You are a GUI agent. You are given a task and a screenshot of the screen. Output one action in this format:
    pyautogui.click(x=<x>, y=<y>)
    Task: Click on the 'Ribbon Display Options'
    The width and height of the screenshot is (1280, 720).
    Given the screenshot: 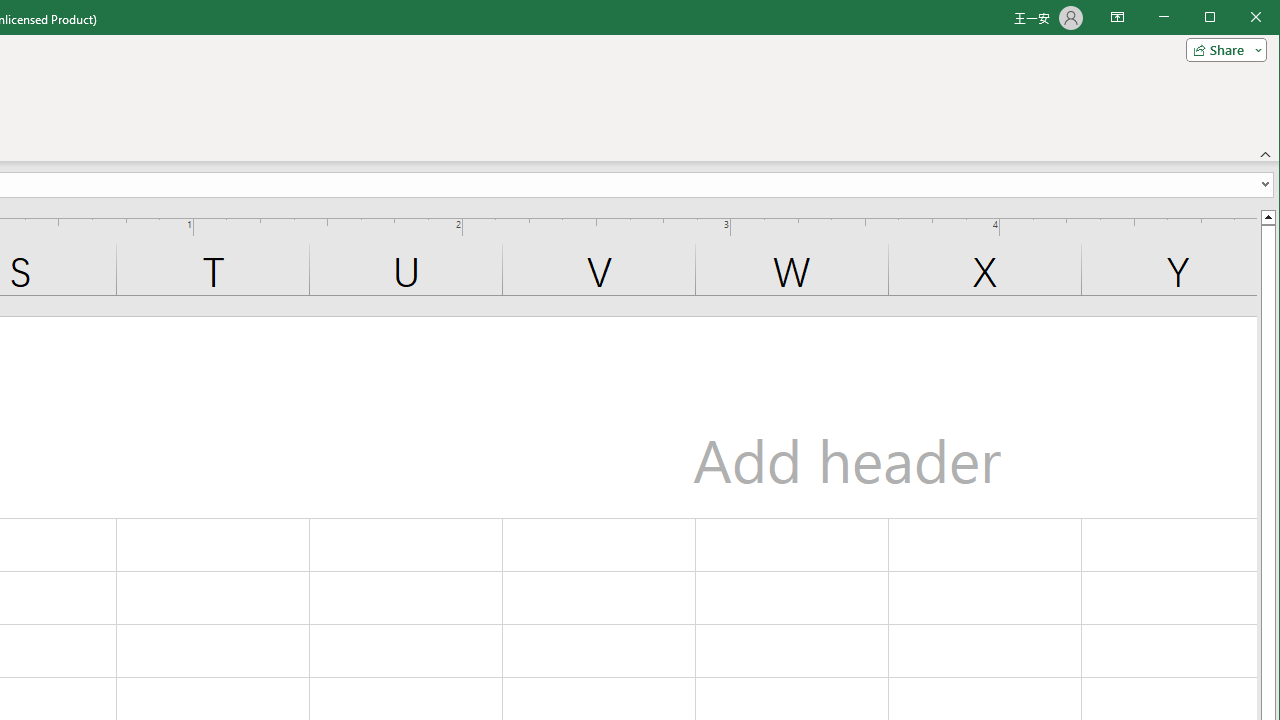 What is the action you would take?
    pyautogui.click(x=1116, y=18)
    